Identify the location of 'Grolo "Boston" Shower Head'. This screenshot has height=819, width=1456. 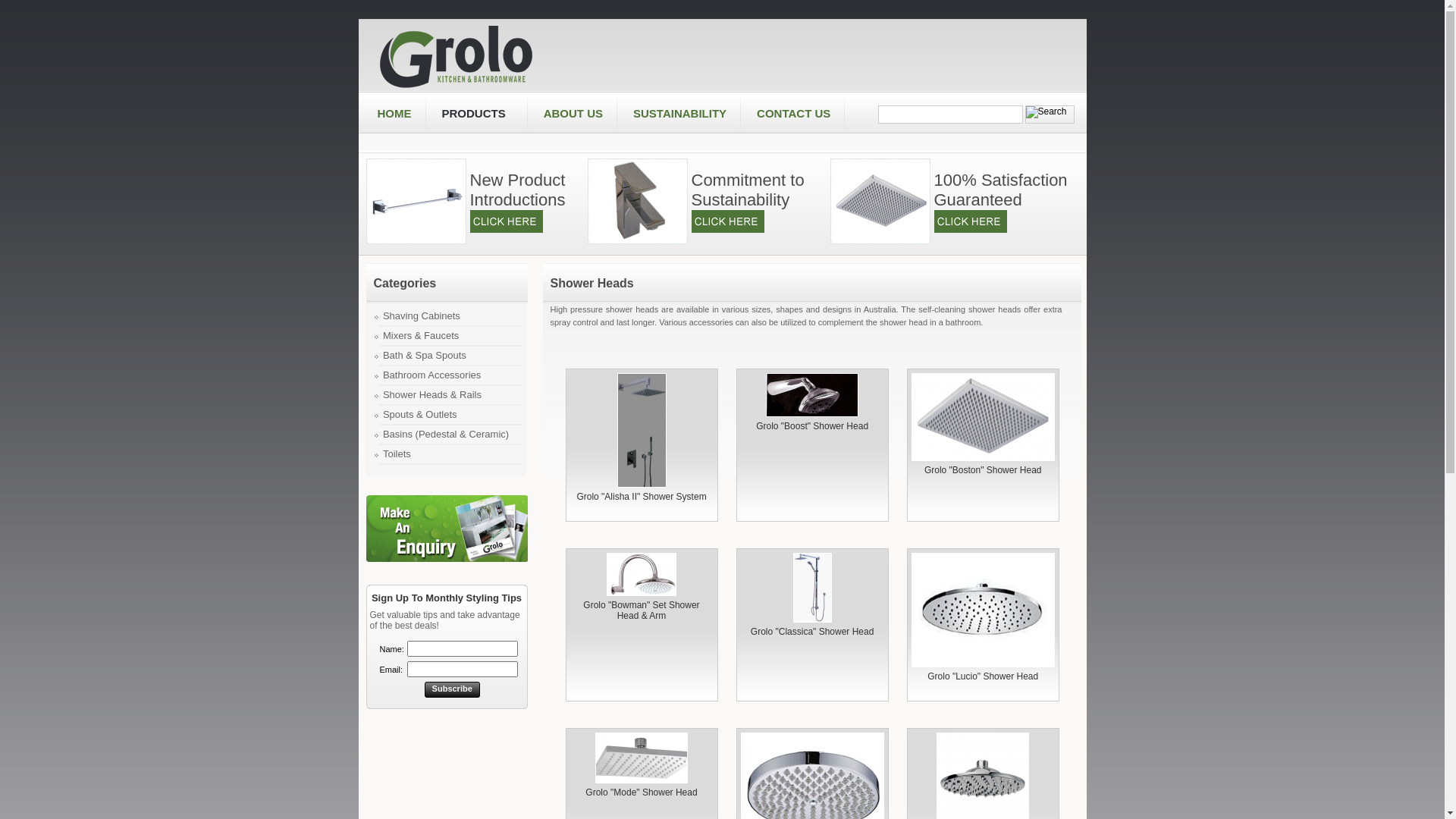
(983, 469).